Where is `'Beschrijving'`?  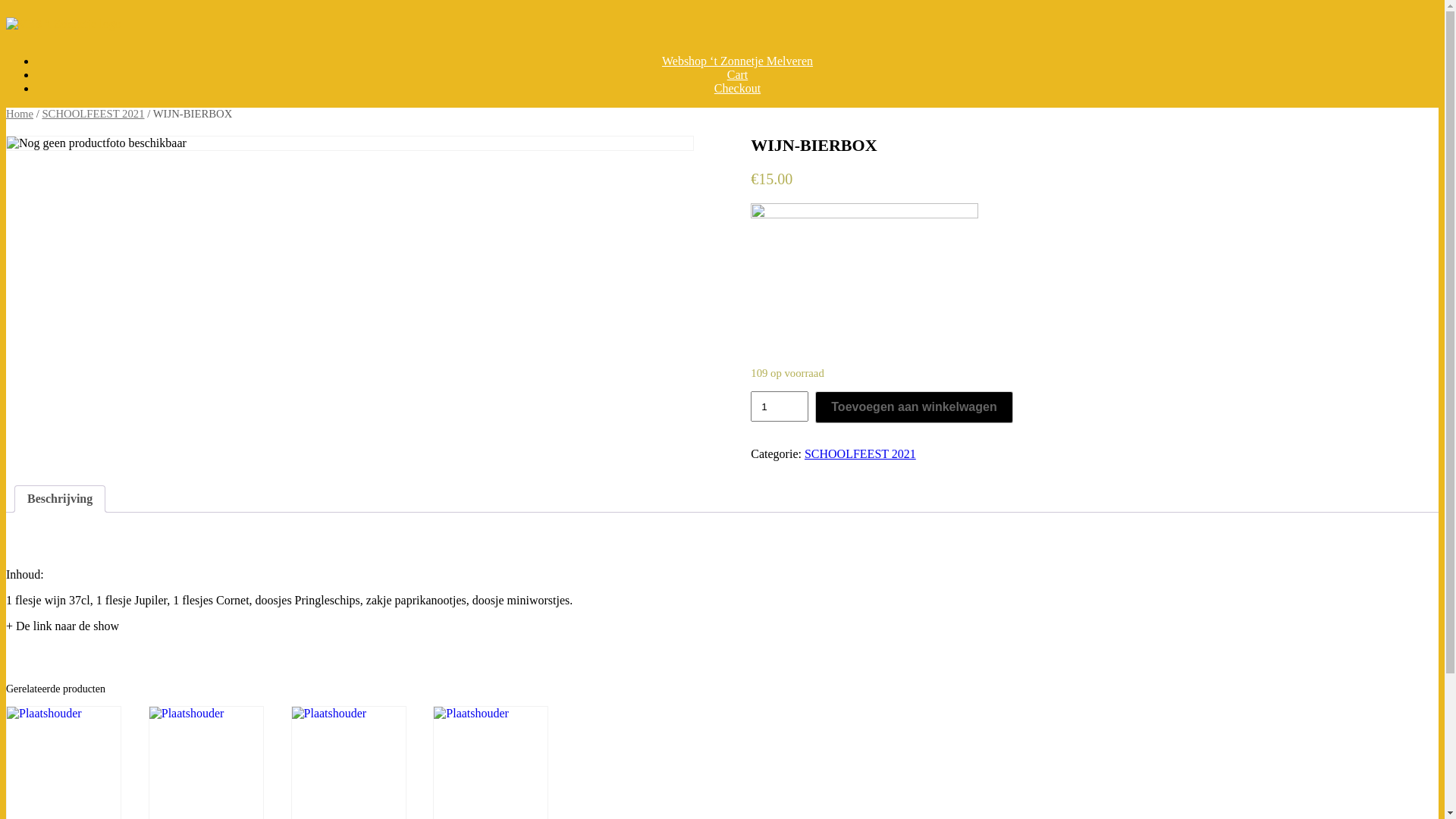
'Beschrijving' is located at coordinates (27, 499).